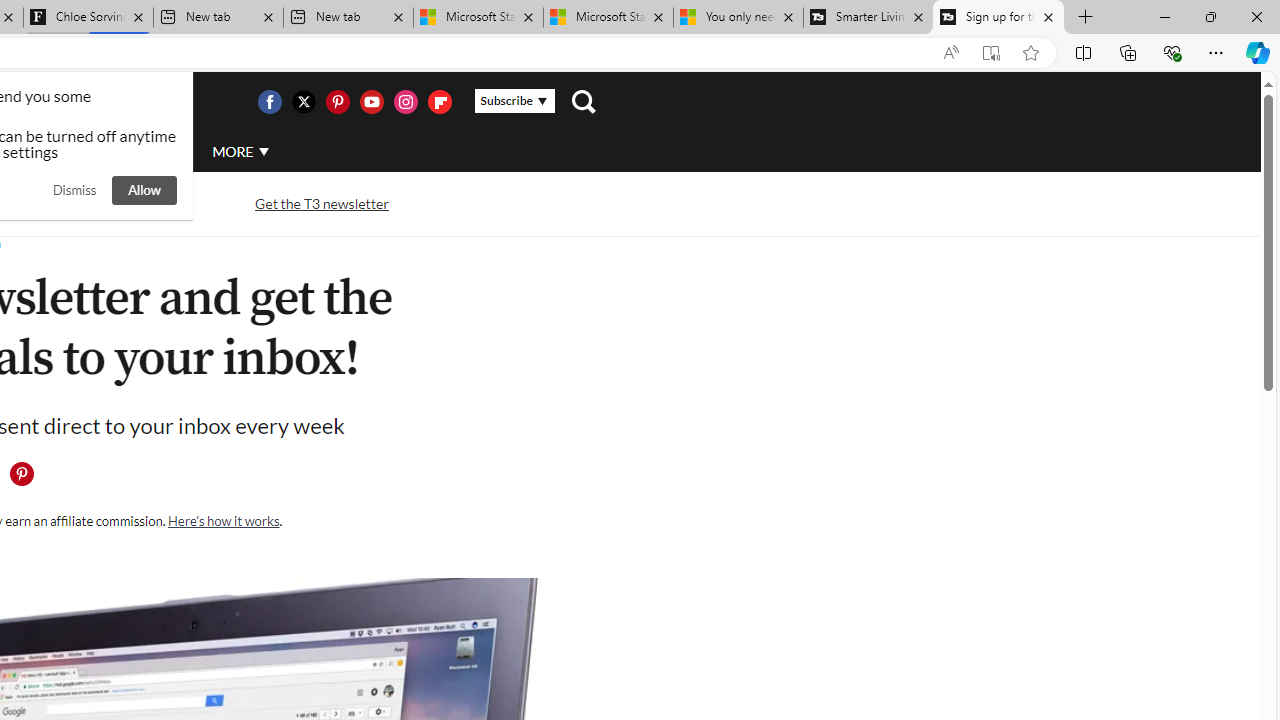 The image size is (1280, 720). What do you see at coordinates (868, 17) in the screenshot?
I see `'Smarter Living | T3'` at bounding box center [868, 17].